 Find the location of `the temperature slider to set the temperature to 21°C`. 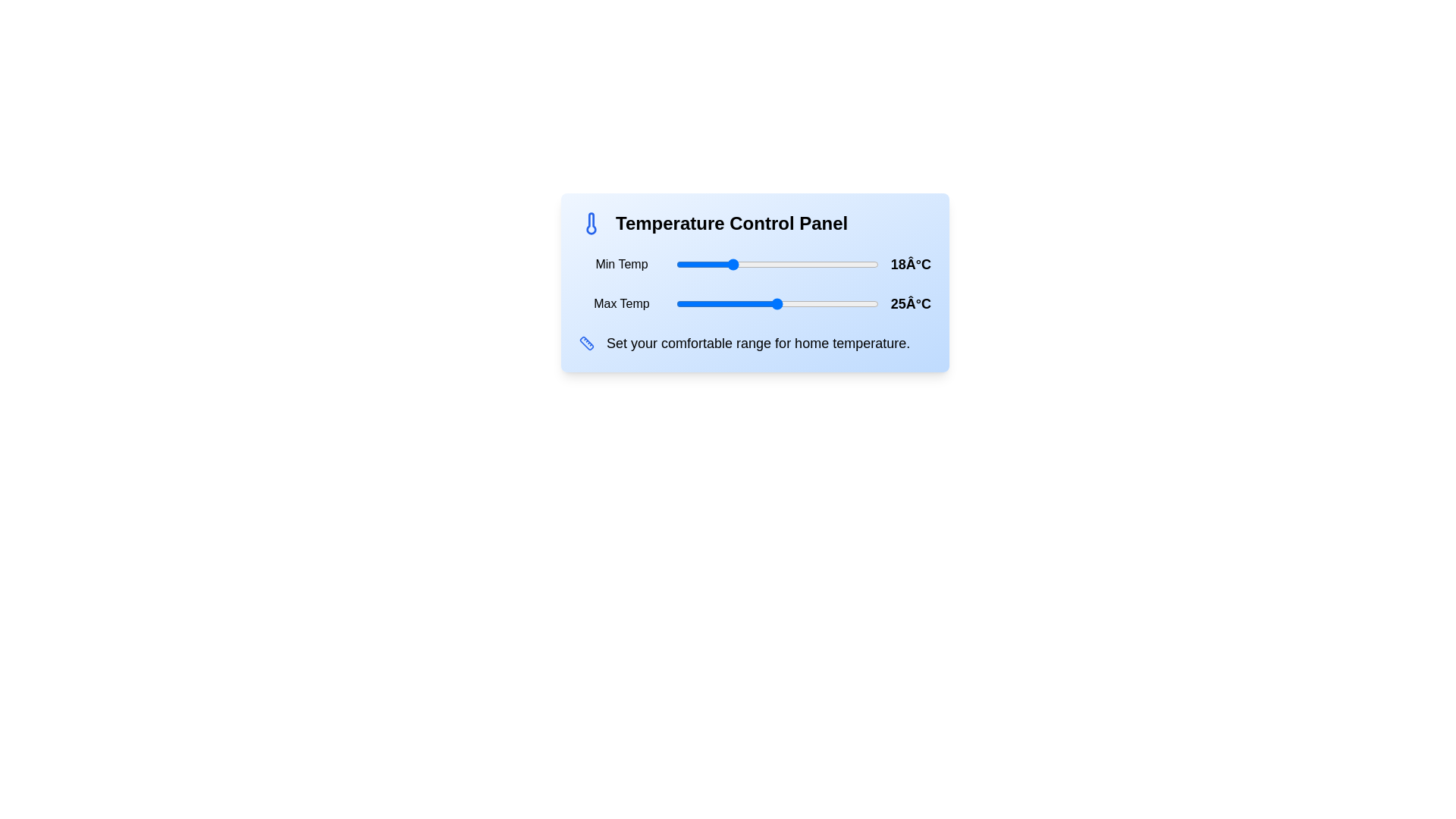

the temperature slider to set the temperature to 21°C is located at coordinates (750, 263).